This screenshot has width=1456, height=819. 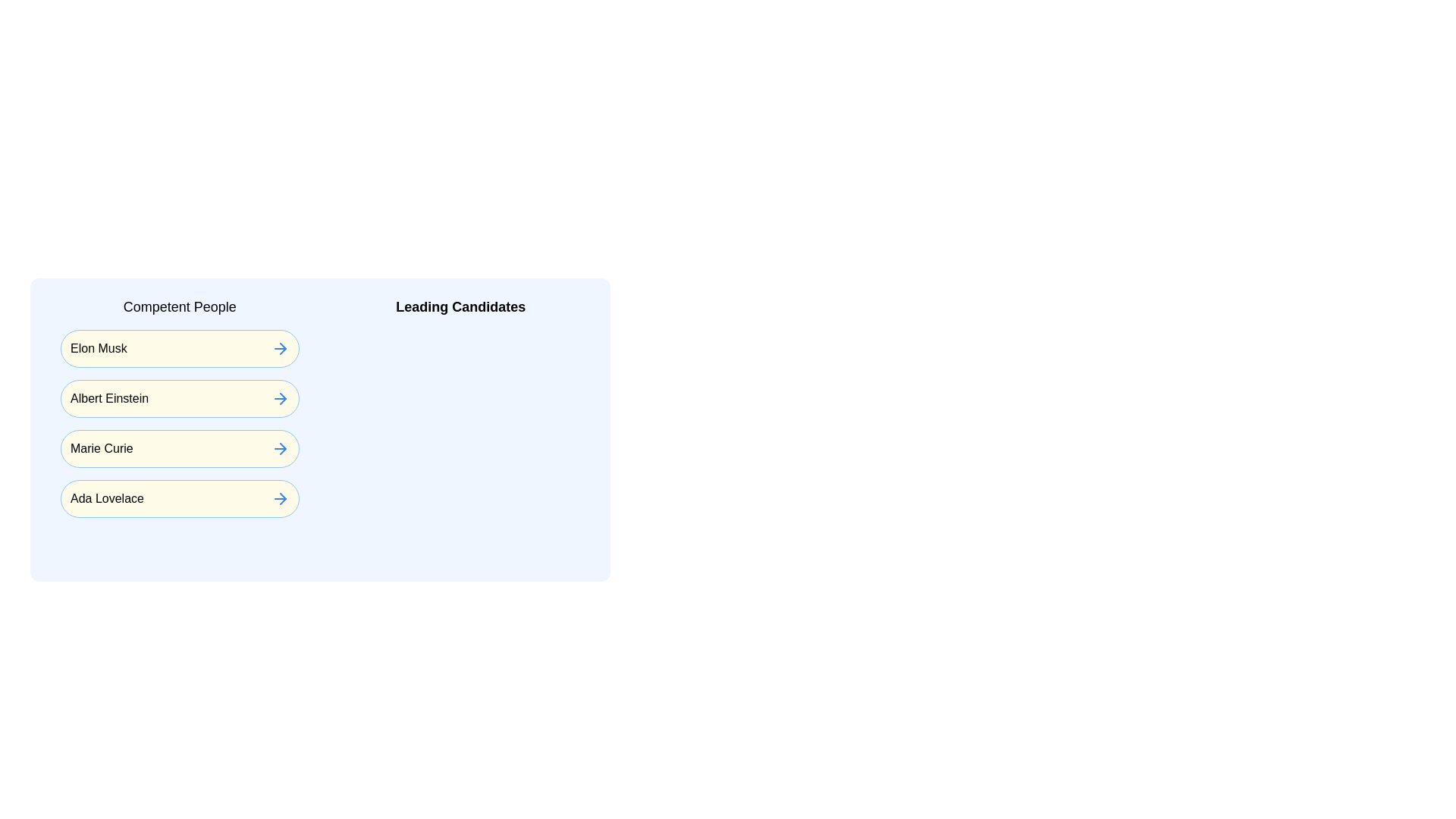 What do you see at coordinates (280, 397) in the screenshot?
I see `arrow next to the name of Albert Einstein in the 'Competent People' list to assign them to 'Leading Candidates'` at bounding box center [280, 397].